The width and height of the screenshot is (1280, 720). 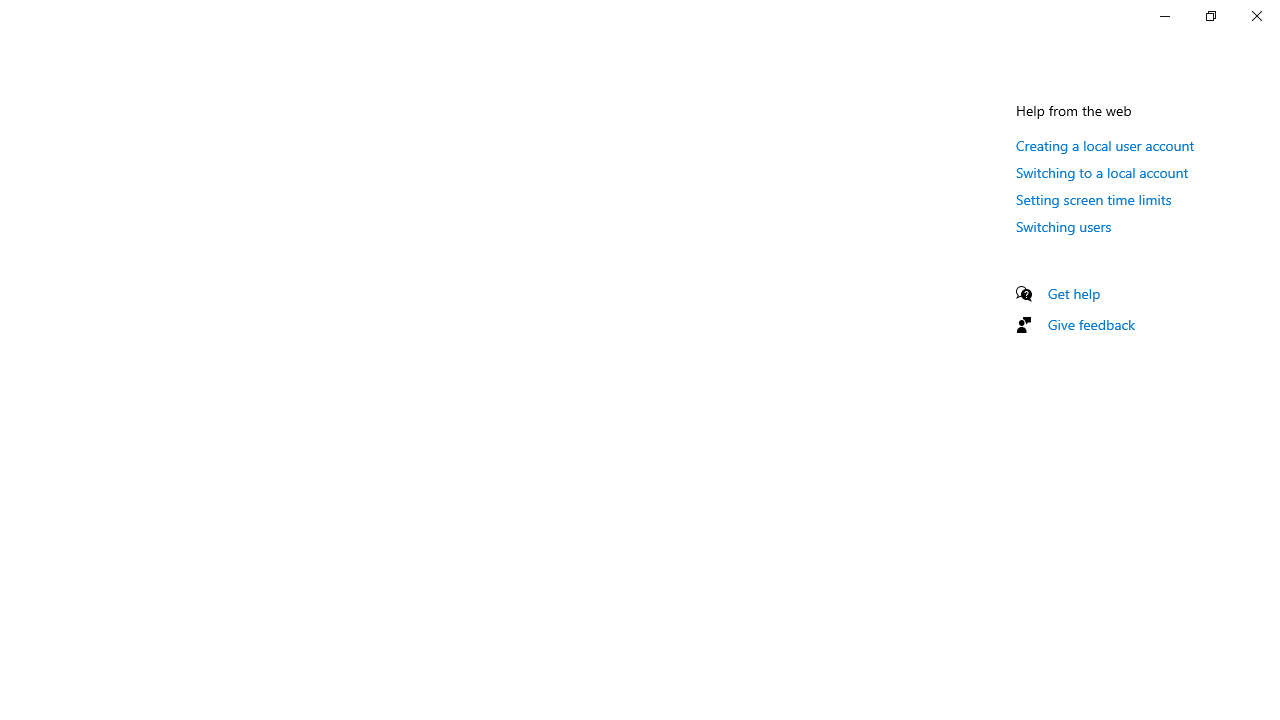 What do you see at coordinates (1090, 323) in the screenshot?
I see `'Give feedback'` at bounding box center [1090, 323].